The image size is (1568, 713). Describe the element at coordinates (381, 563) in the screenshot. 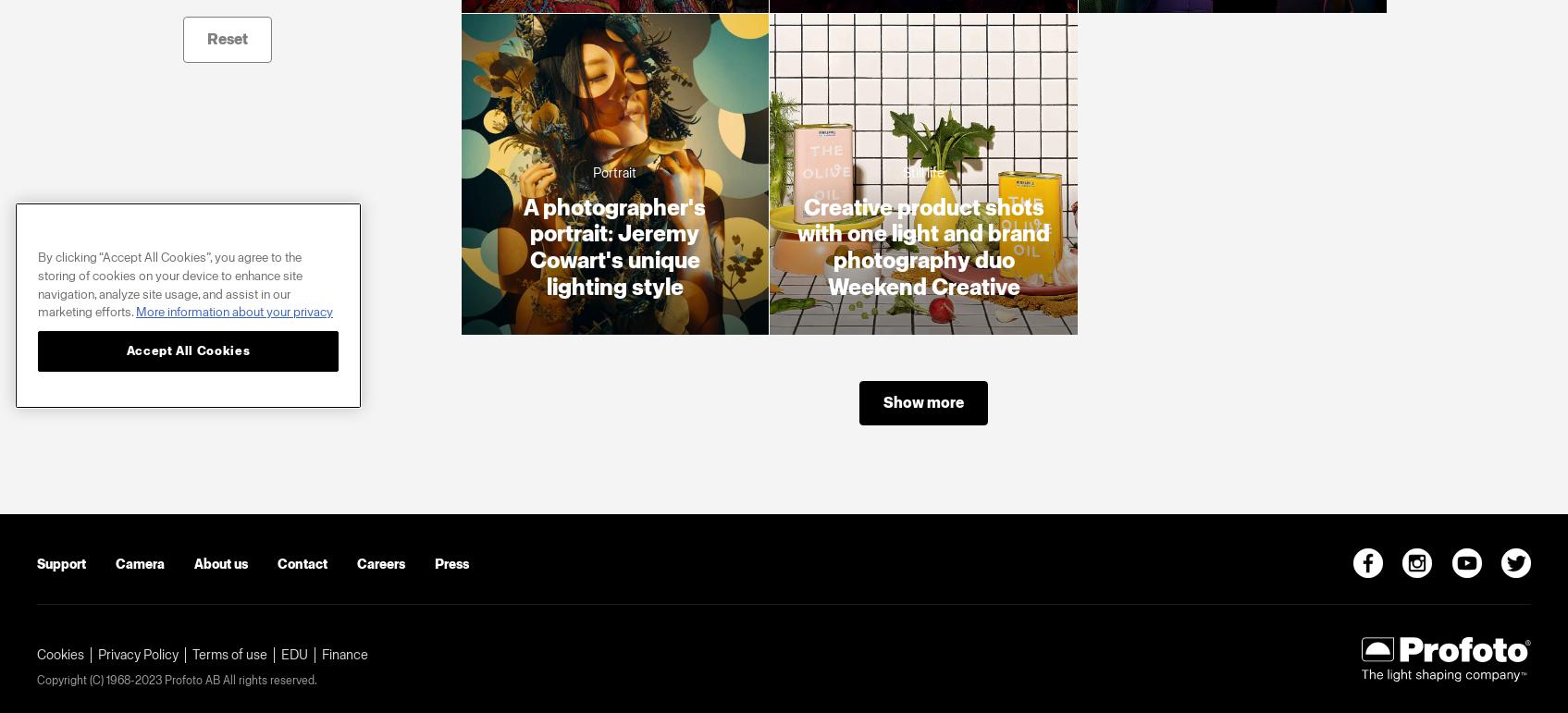

I see `'Careers'` at that location.